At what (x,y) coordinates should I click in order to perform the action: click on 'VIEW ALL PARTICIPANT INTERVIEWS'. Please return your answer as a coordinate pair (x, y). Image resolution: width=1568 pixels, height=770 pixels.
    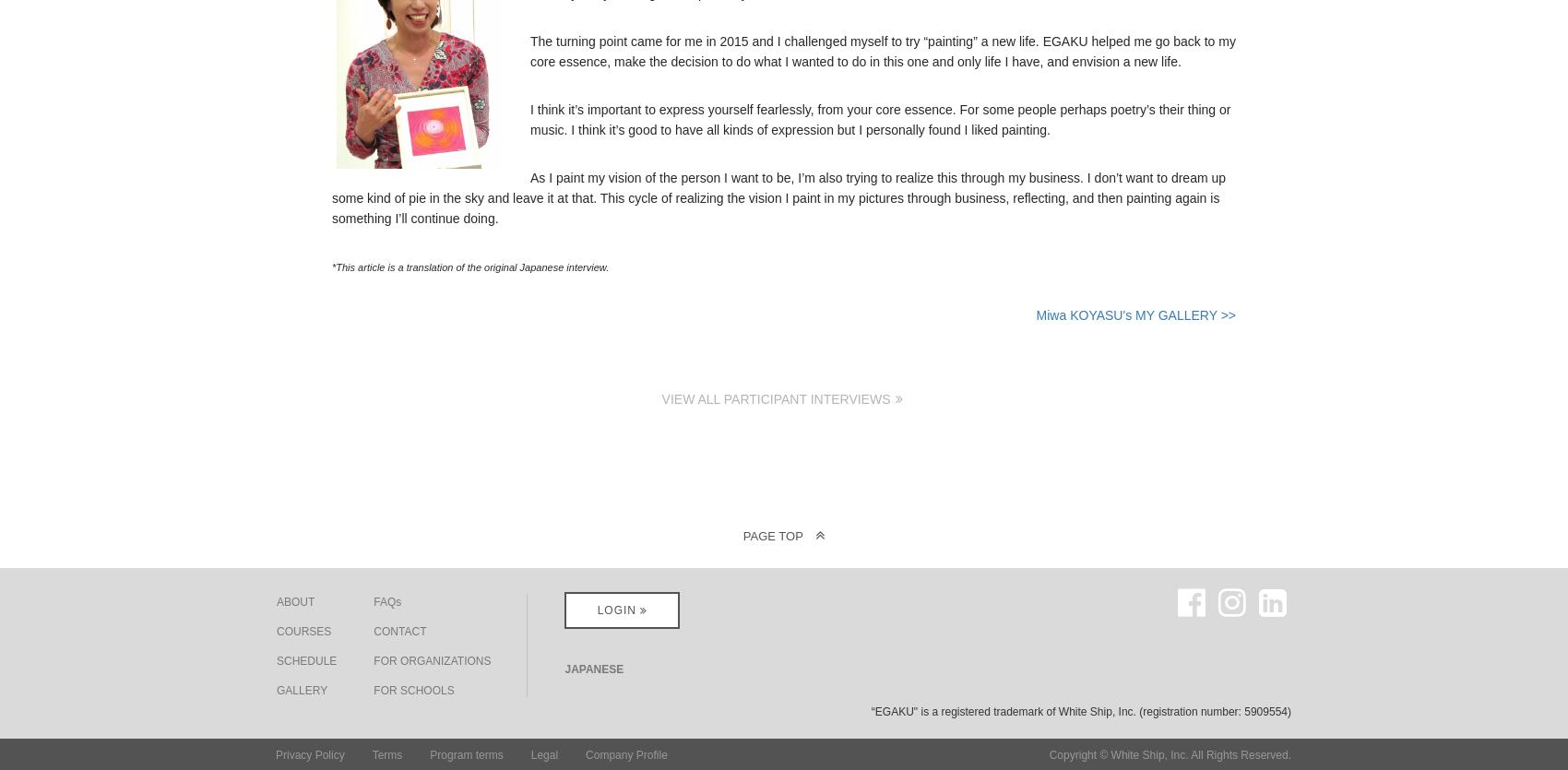
    Looking at the image, I should click on (777, 397).